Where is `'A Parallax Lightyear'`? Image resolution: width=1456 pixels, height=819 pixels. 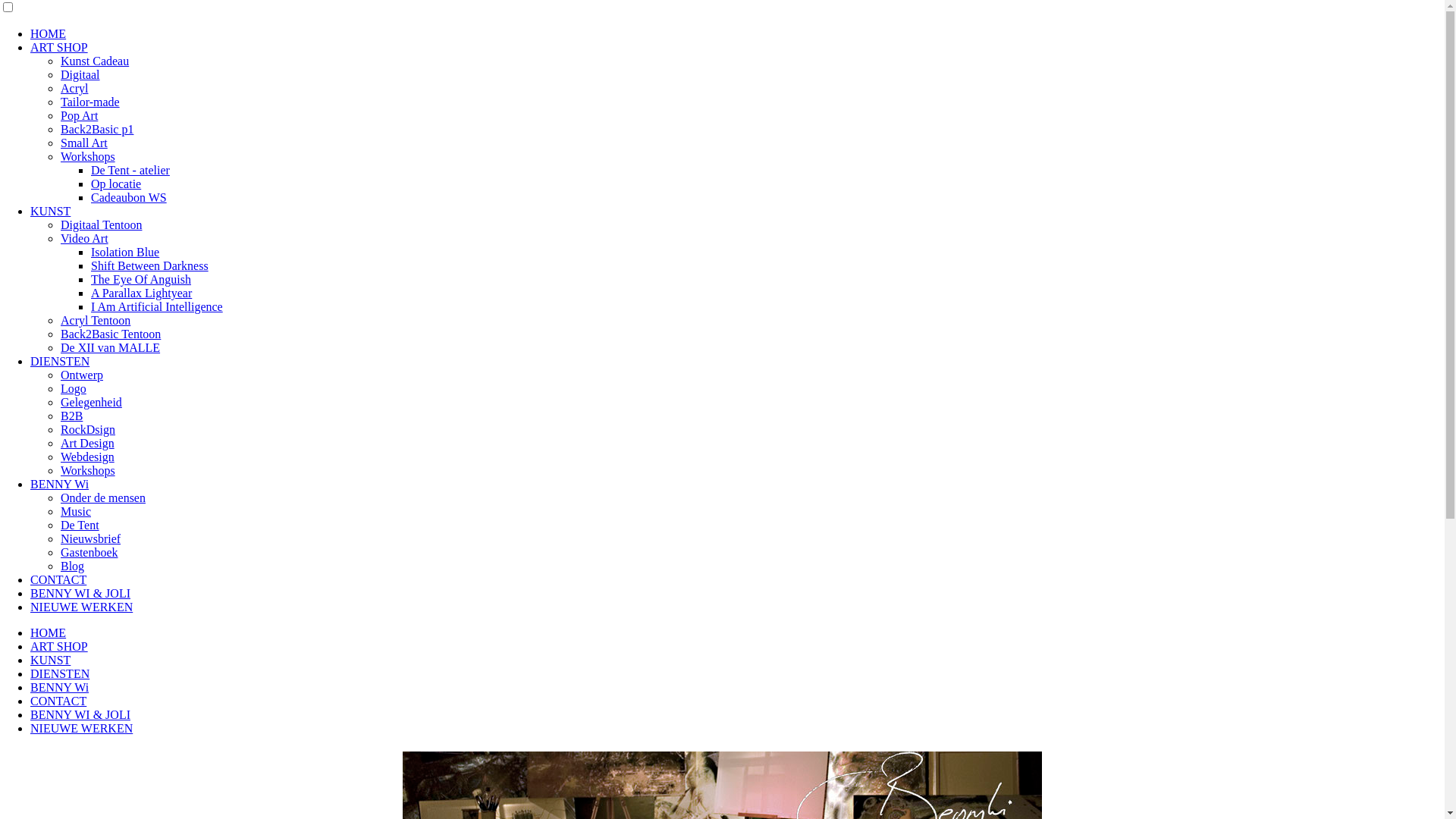
'A Parallax Lightyear' is located at coordinates (141, 293).